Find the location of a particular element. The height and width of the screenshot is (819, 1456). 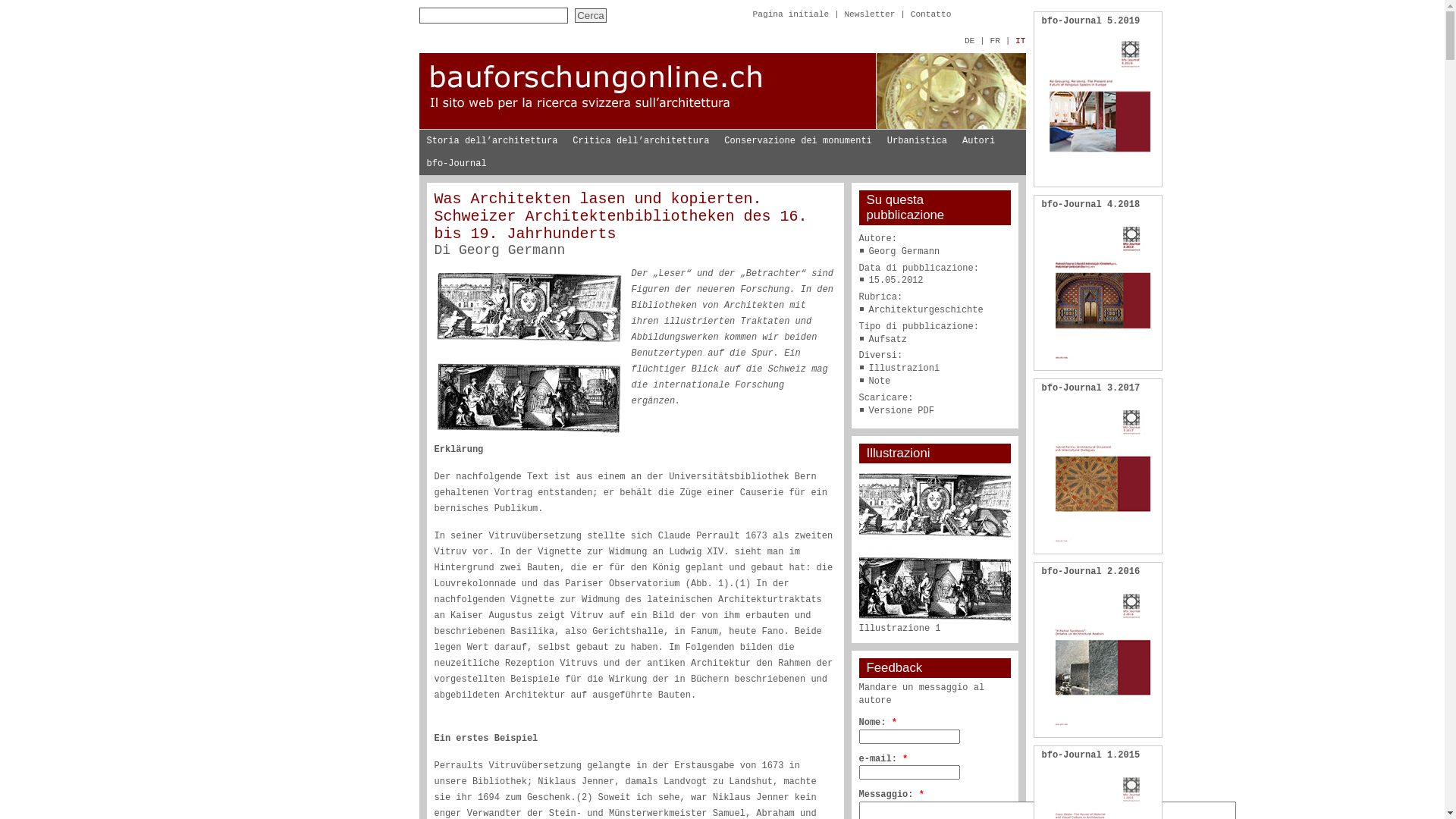

'Georg Germann' is located at coordinates (869, 250).